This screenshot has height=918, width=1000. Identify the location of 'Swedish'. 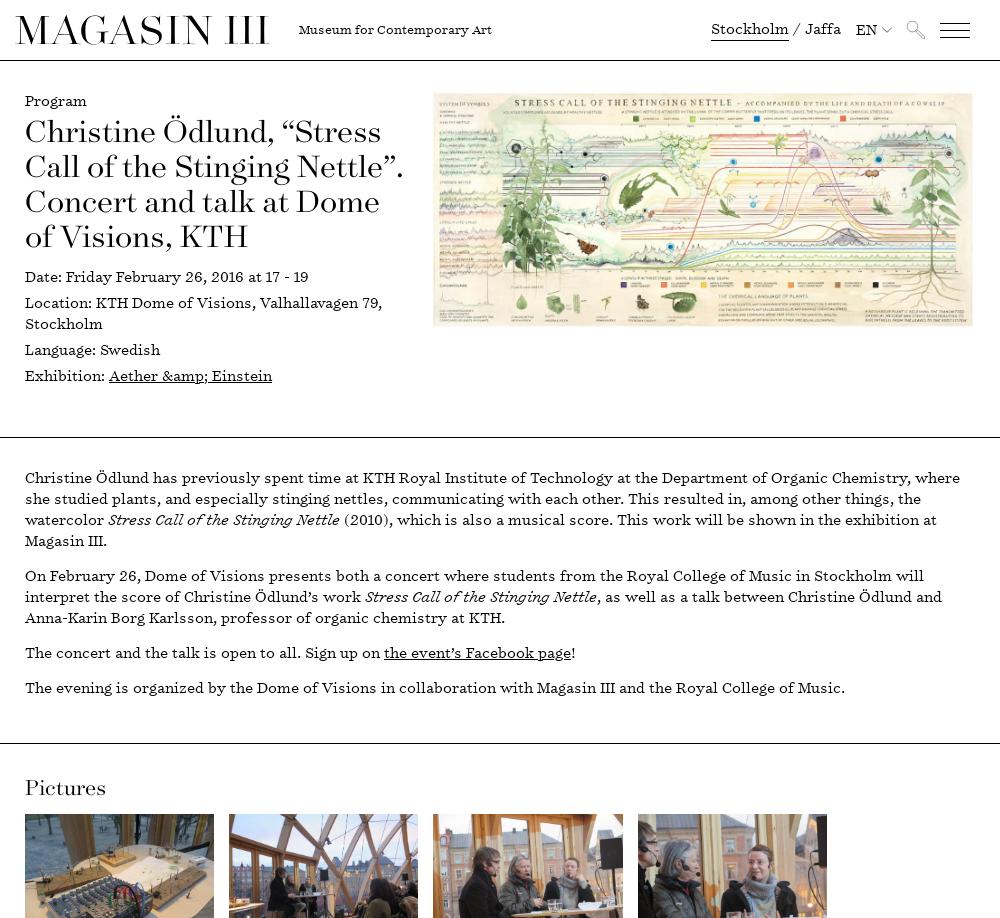
(128, 350).